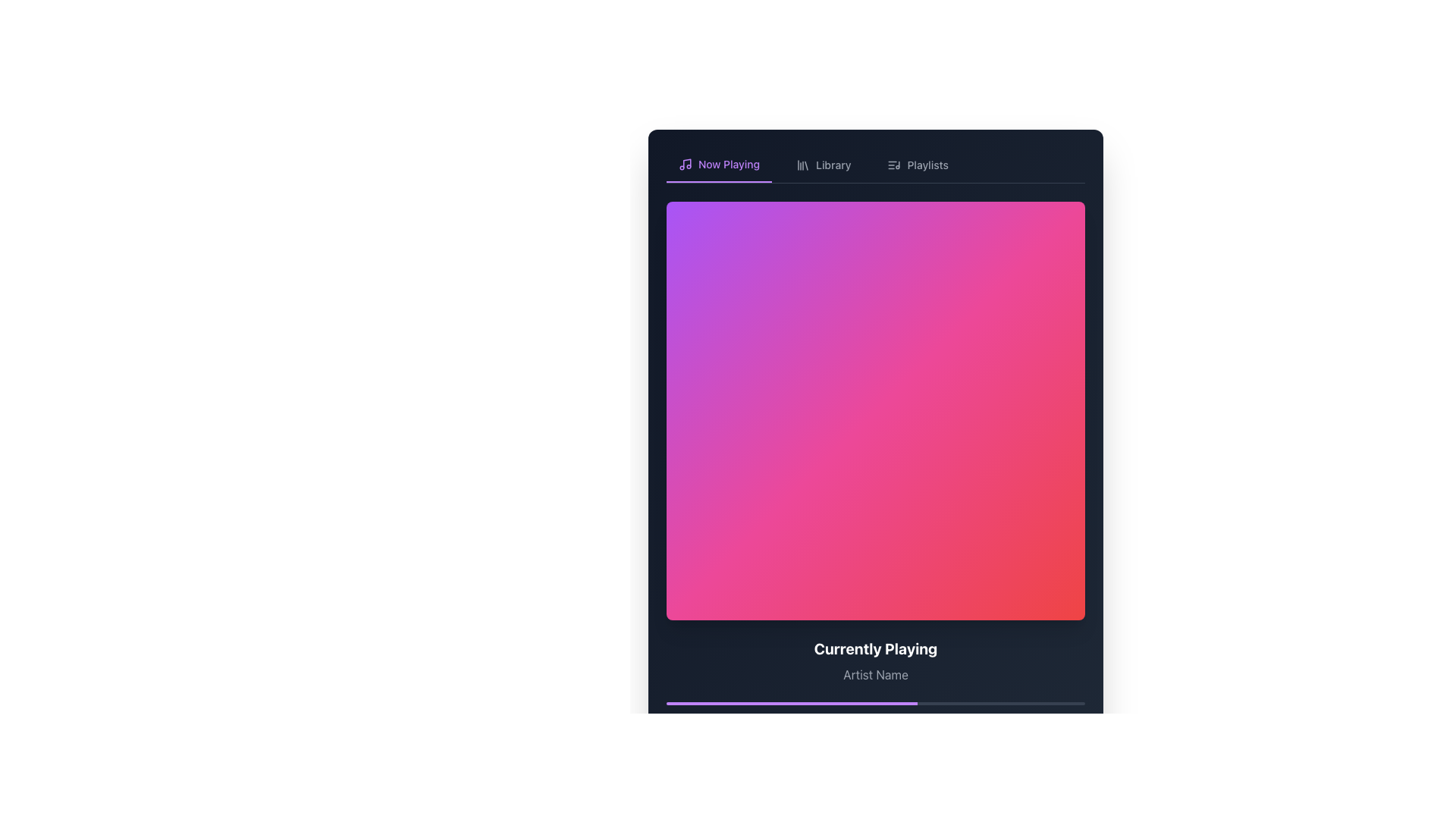  Describe the element at coordinates (894, 165) in the screenshot. I see `the 'Playlists' icon located in the top-central section of the interface, which is positioned to the left of the text label that reads 'Playlists'` at that location.